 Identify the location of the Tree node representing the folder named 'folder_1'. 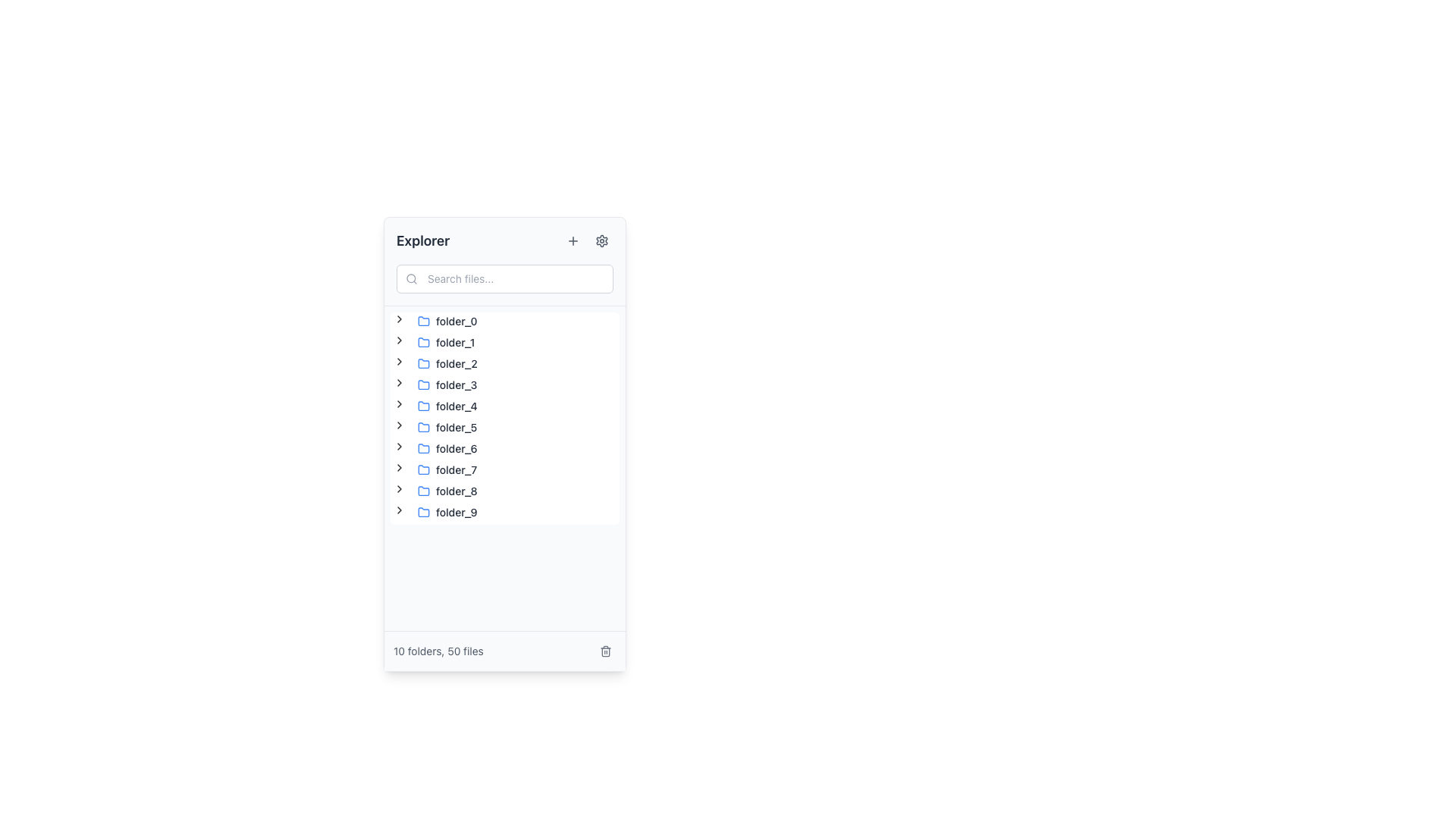
(435, 342).